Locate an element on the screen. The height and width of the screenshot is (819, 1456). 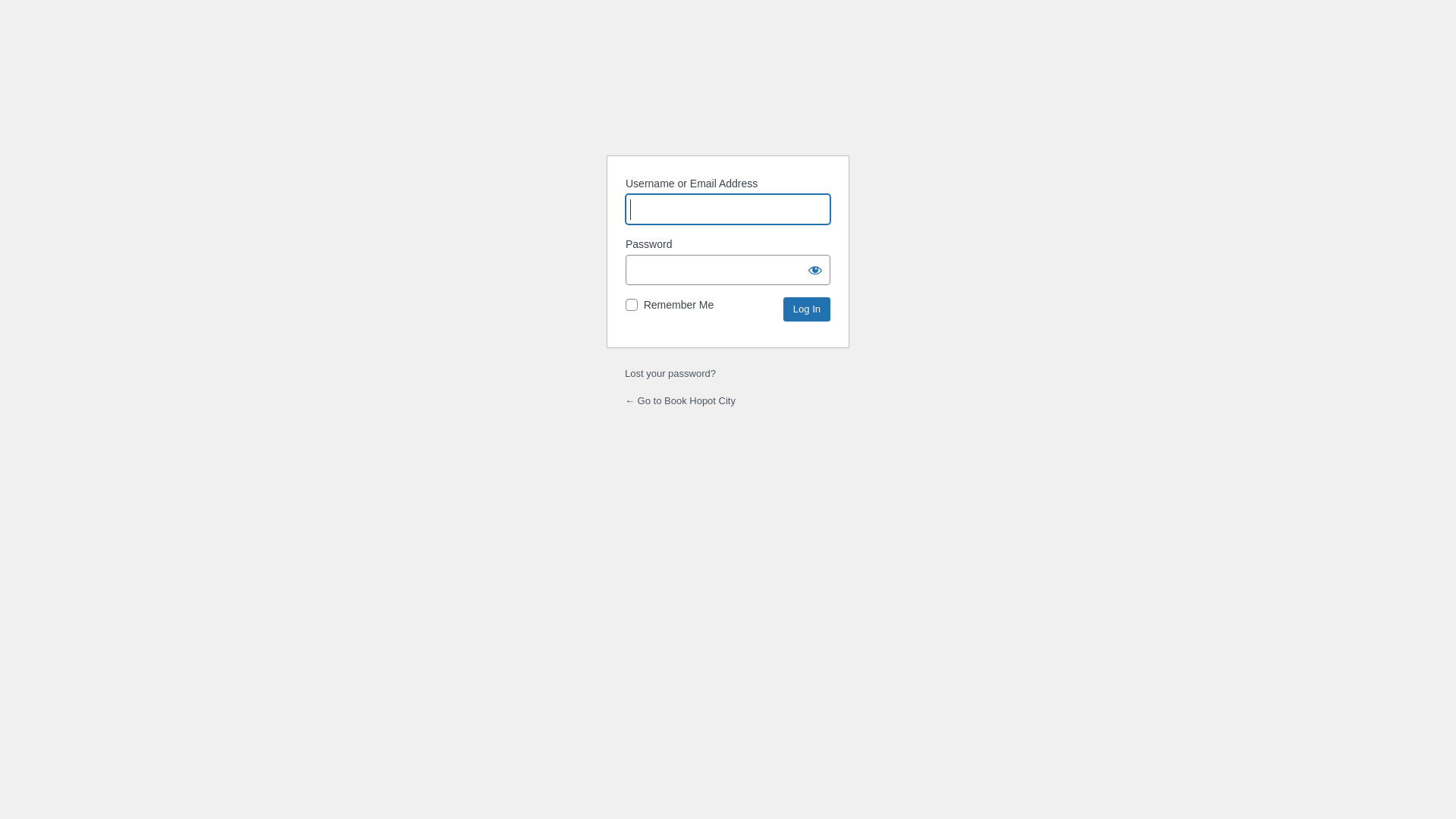
'Powered by WordPress' is located at coordinates (728, 104).